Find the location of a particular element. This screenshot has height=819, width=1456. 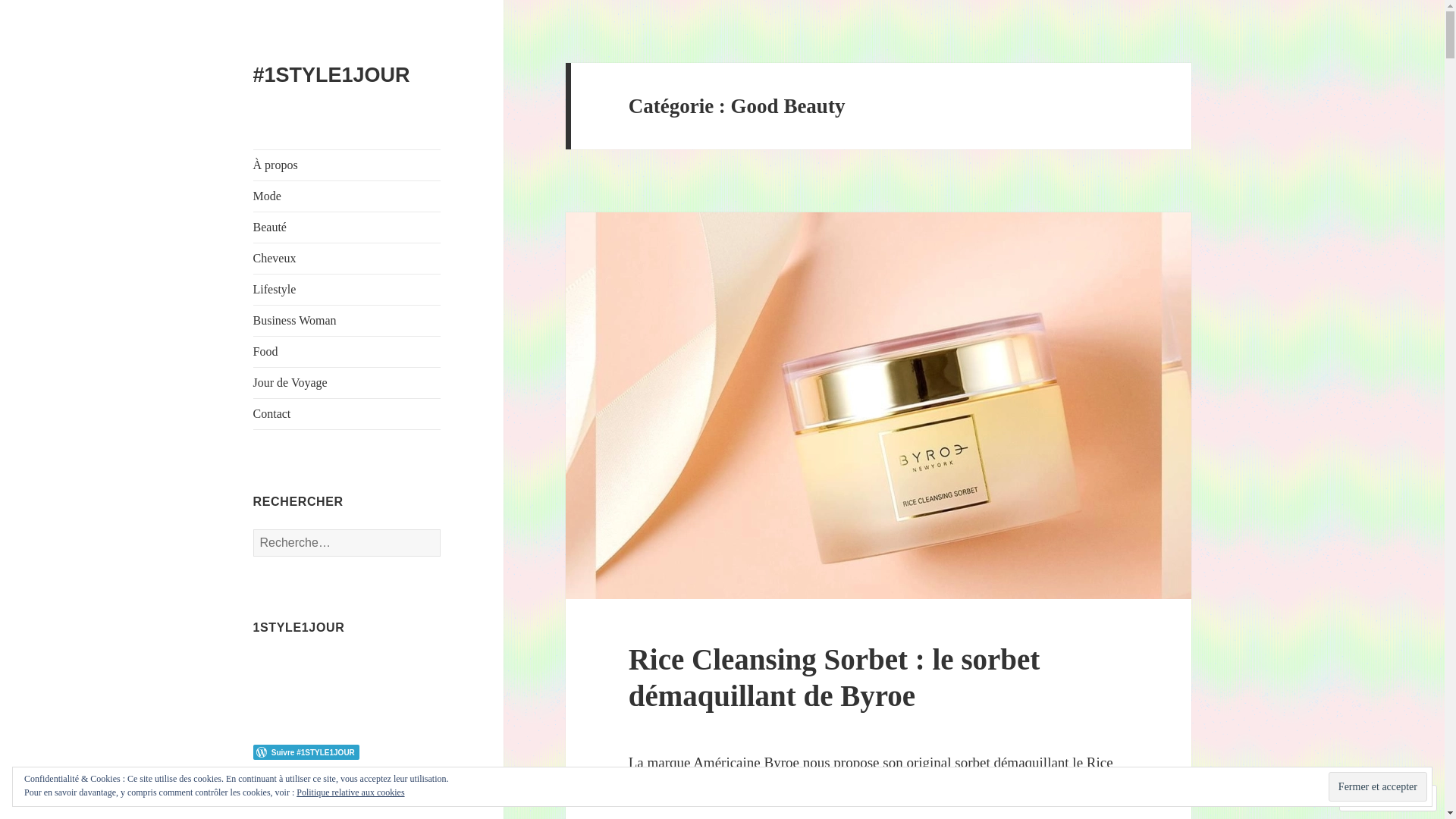

'Business Woman' is located at coordinates (346, 320).